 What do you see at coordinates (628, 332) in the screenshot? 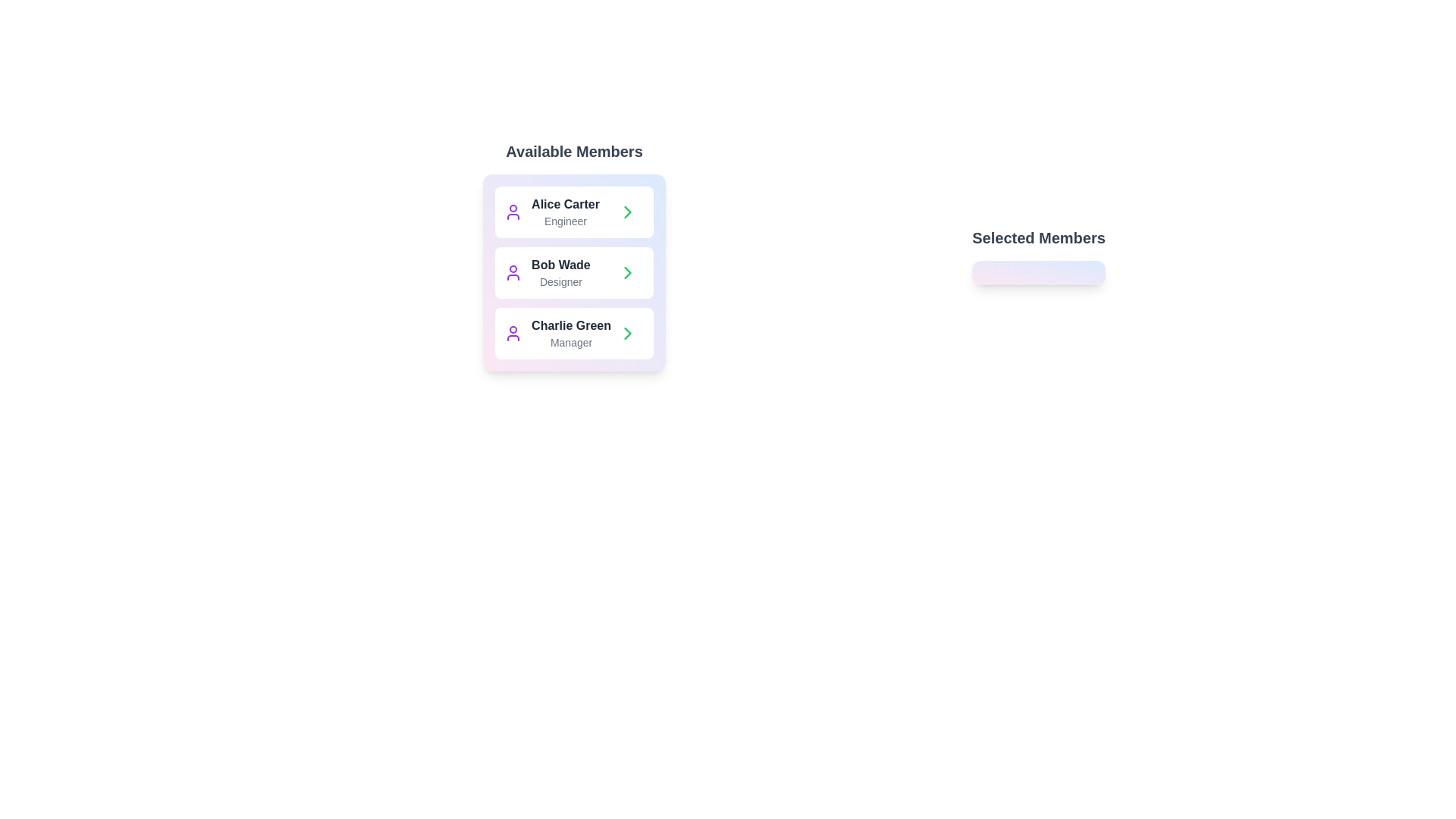
I see `green arrow button corresponding to the member Charlie Green to move them to the selected list` at bounding box center [628, 332].